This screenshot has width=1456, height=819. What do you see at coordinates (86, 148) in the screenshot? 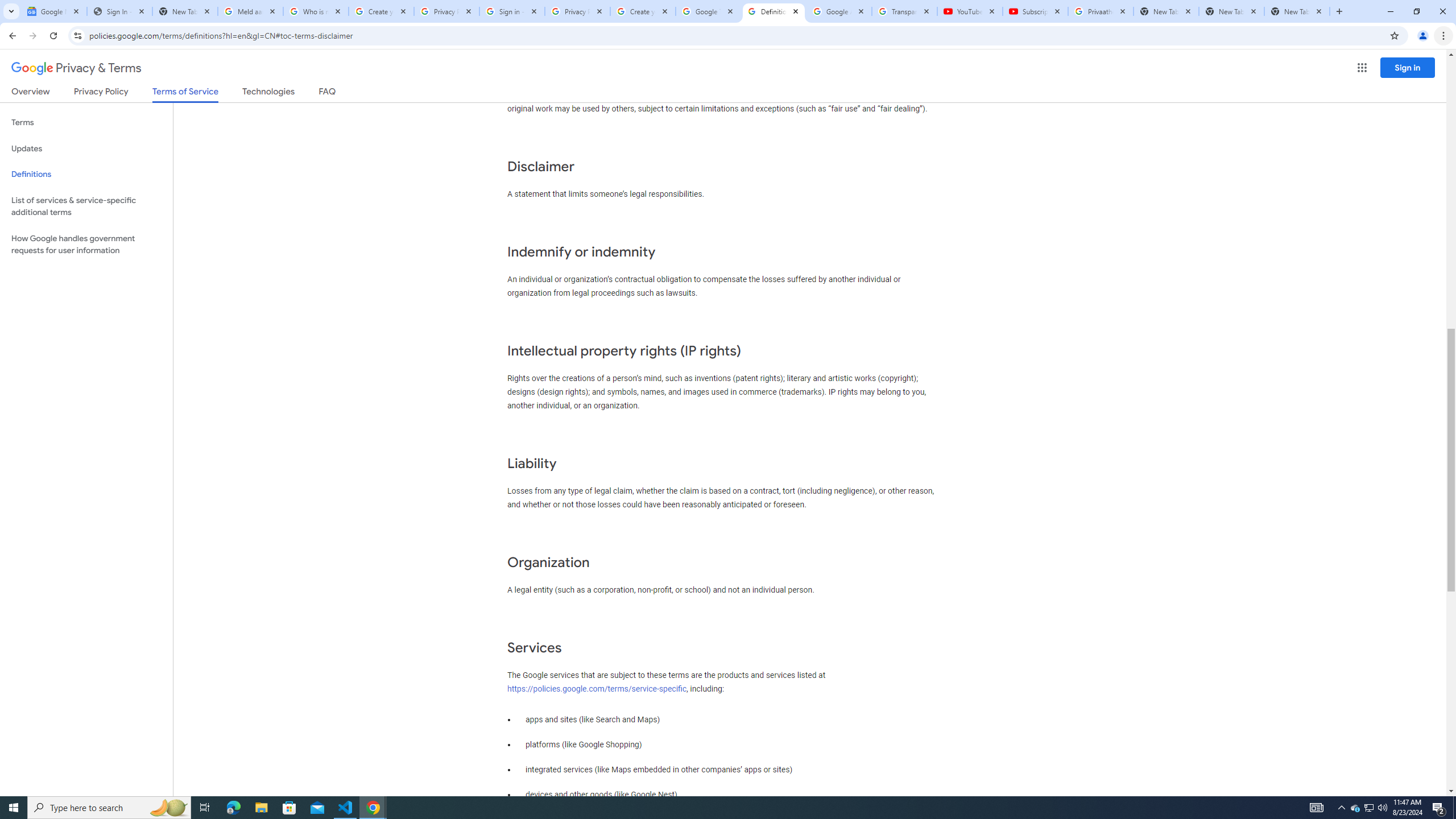
I see `'Updates'` at bounding box center [86, 148].